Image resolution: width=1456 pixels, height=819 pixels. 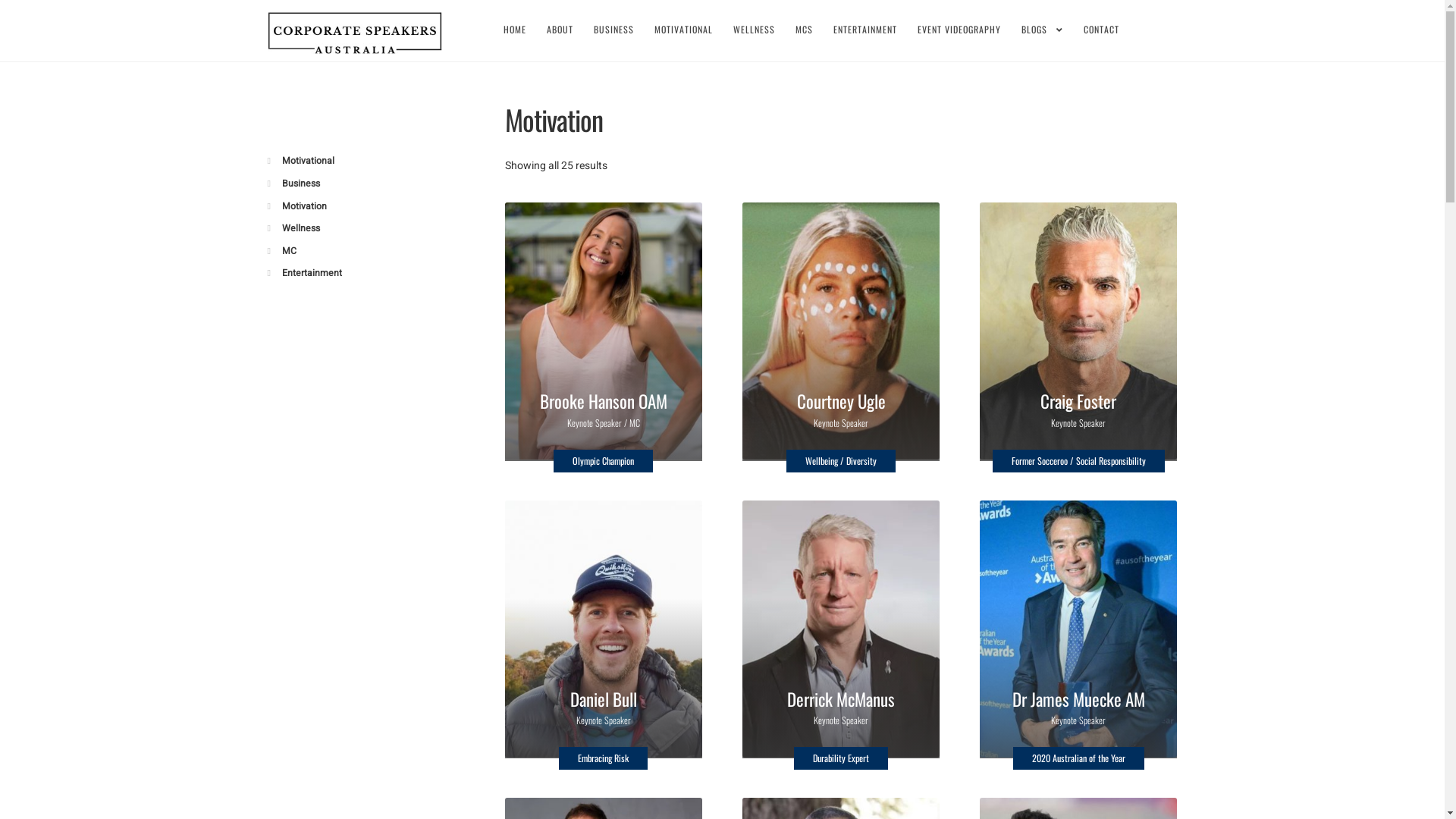 What do you see at coordinates (559, 29) in the screenshot?
I see `'ABOUT'` at bounding box center [559, 29].